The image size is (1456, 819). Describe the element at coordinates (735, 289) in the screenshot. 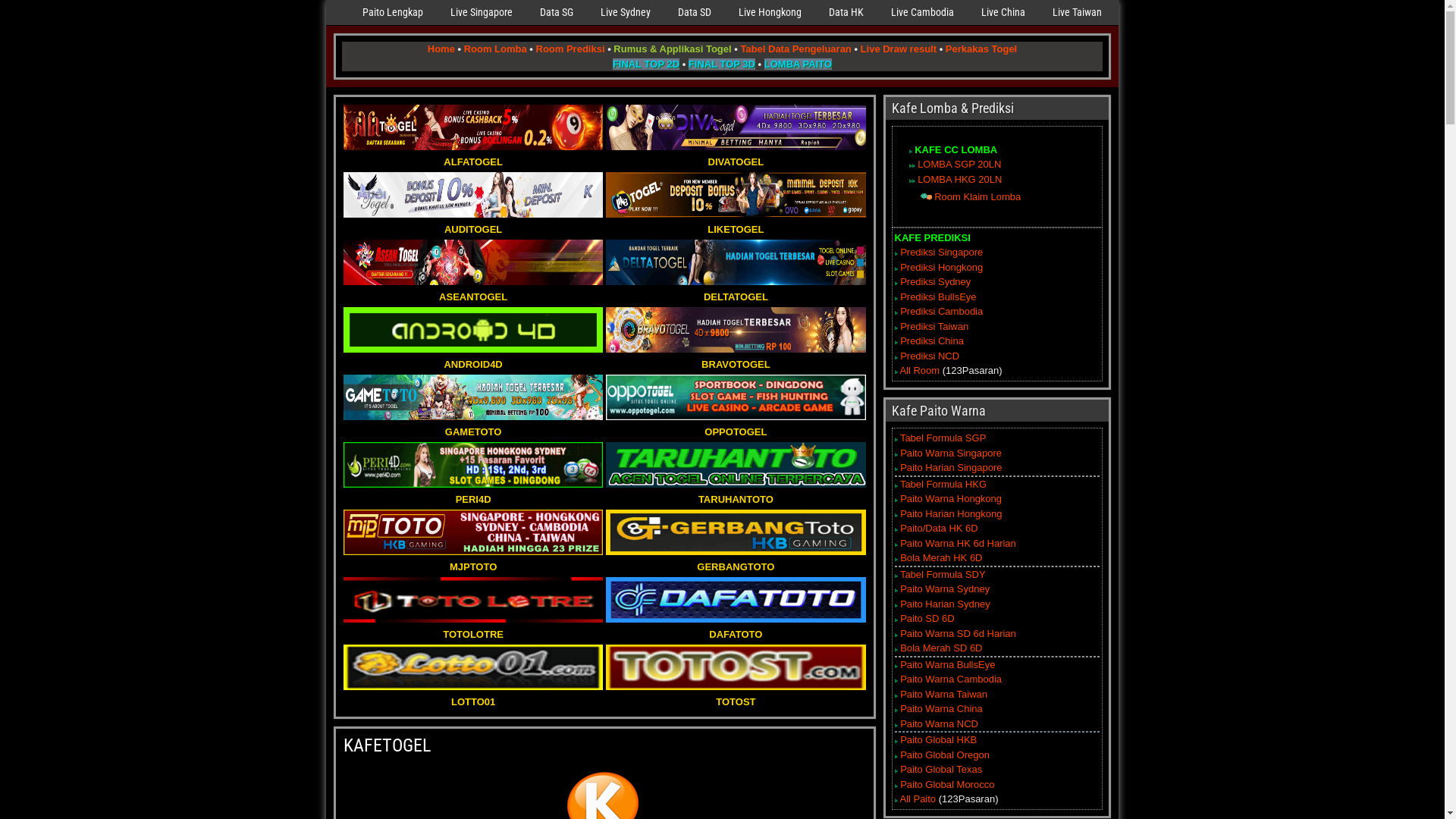

I see `'DELTATOGEL'` at that location.